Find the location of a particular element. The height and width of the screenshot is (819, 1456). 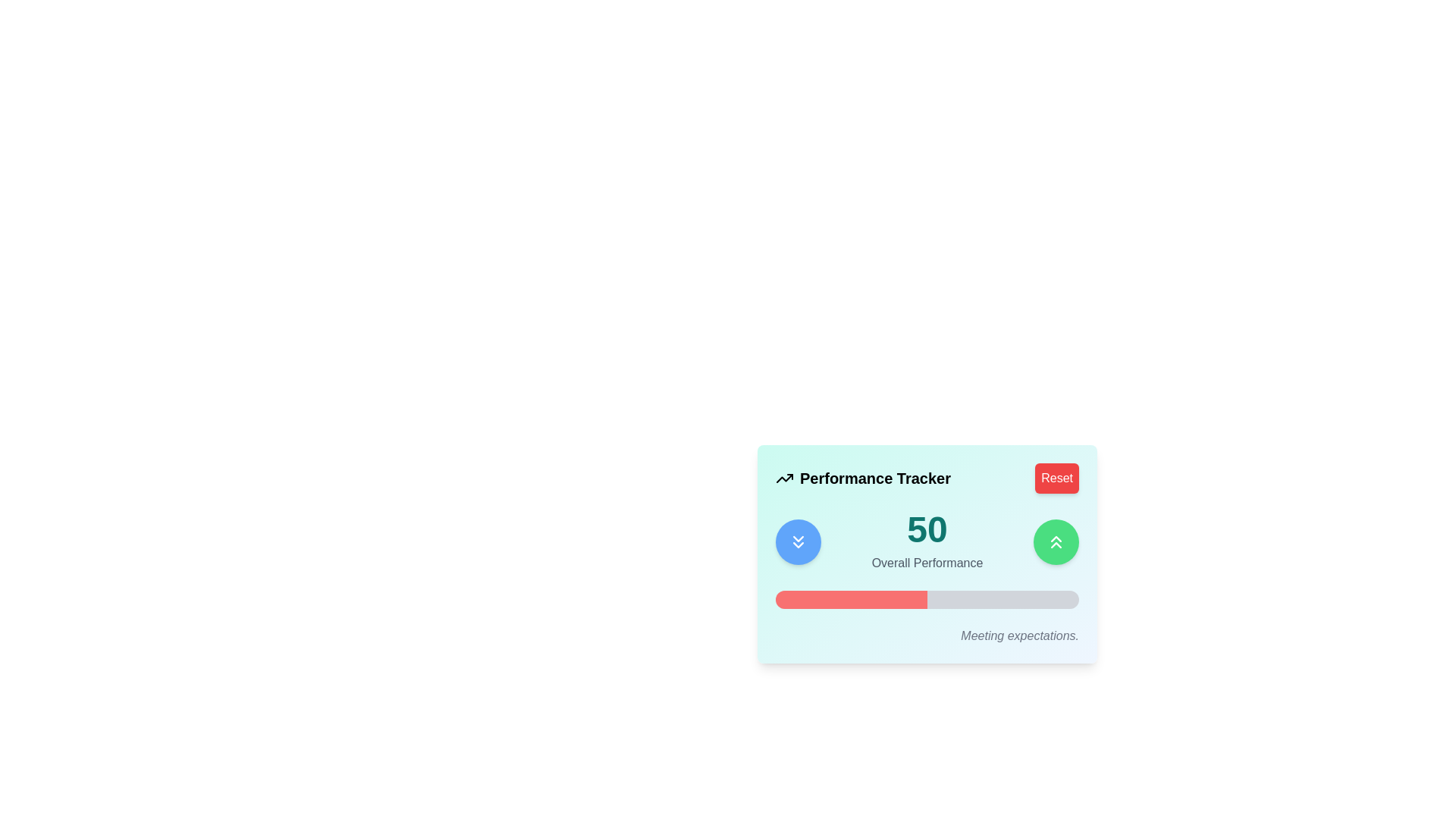

performance level is located at coordinates (894, 598).